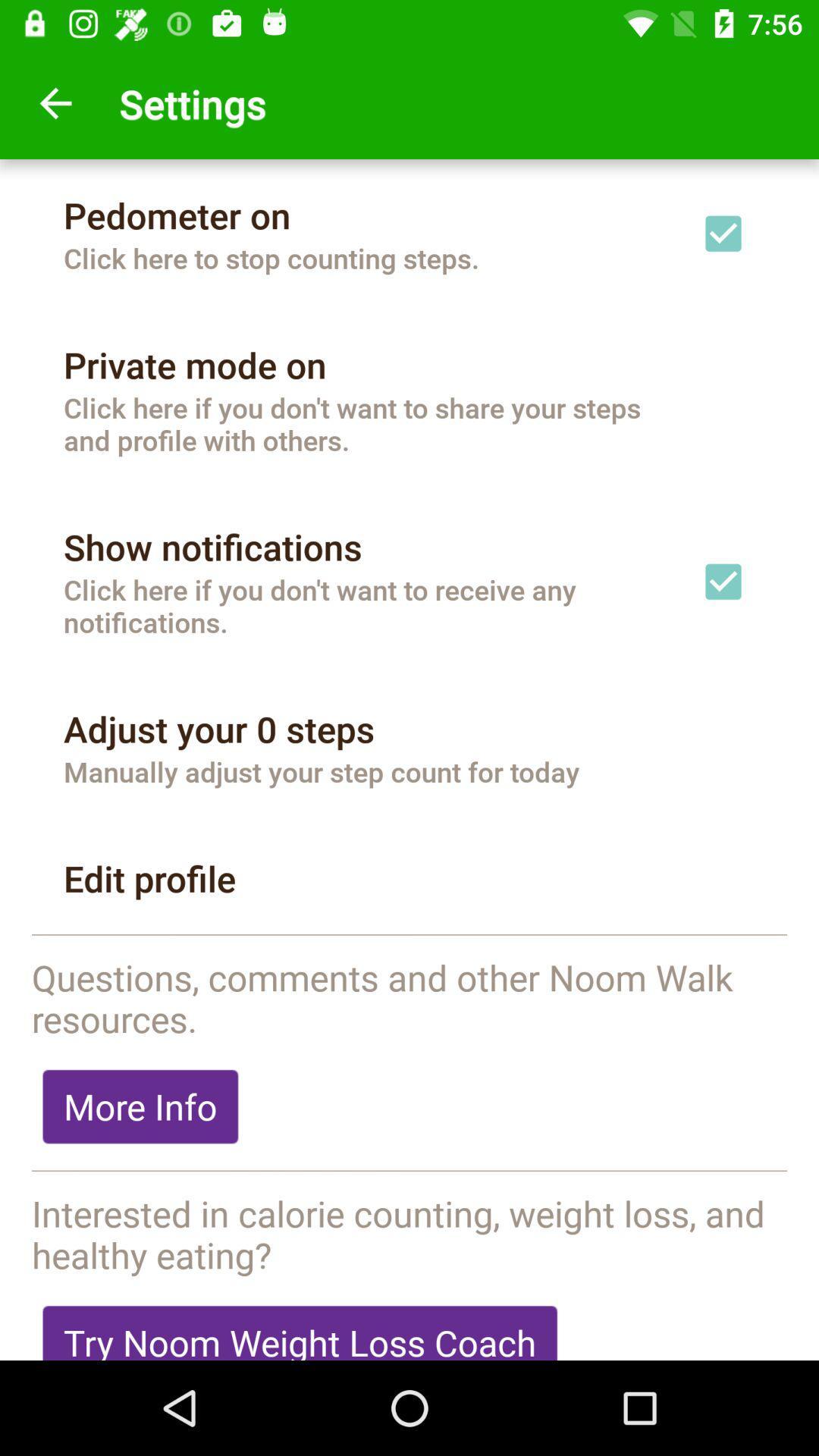 This screenshot has height=1456, width=819. What do you see at coordinates (212, 546) in the screenshot?
I see `the item below the click here if` at bounding box center [212, 546].